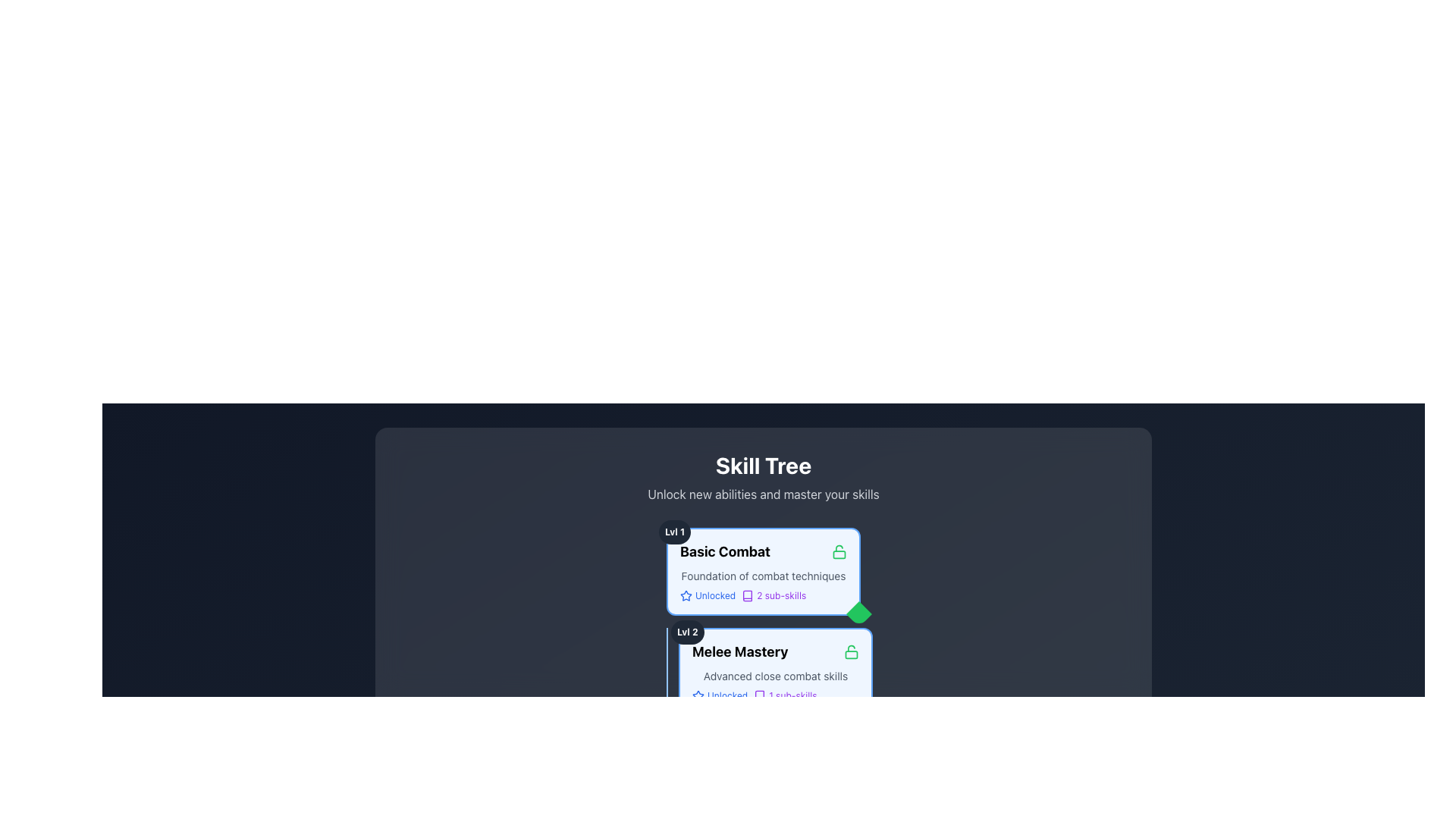  What do you see at coordinates (773, 595) in the screenshot?
I see `the text label '2 sub-skills' styled in purple with a book icon to its left, located beneath the 'Basic Combat' skill card, aligned with the 'Unlocked' text` at bounding box center [773, 595].